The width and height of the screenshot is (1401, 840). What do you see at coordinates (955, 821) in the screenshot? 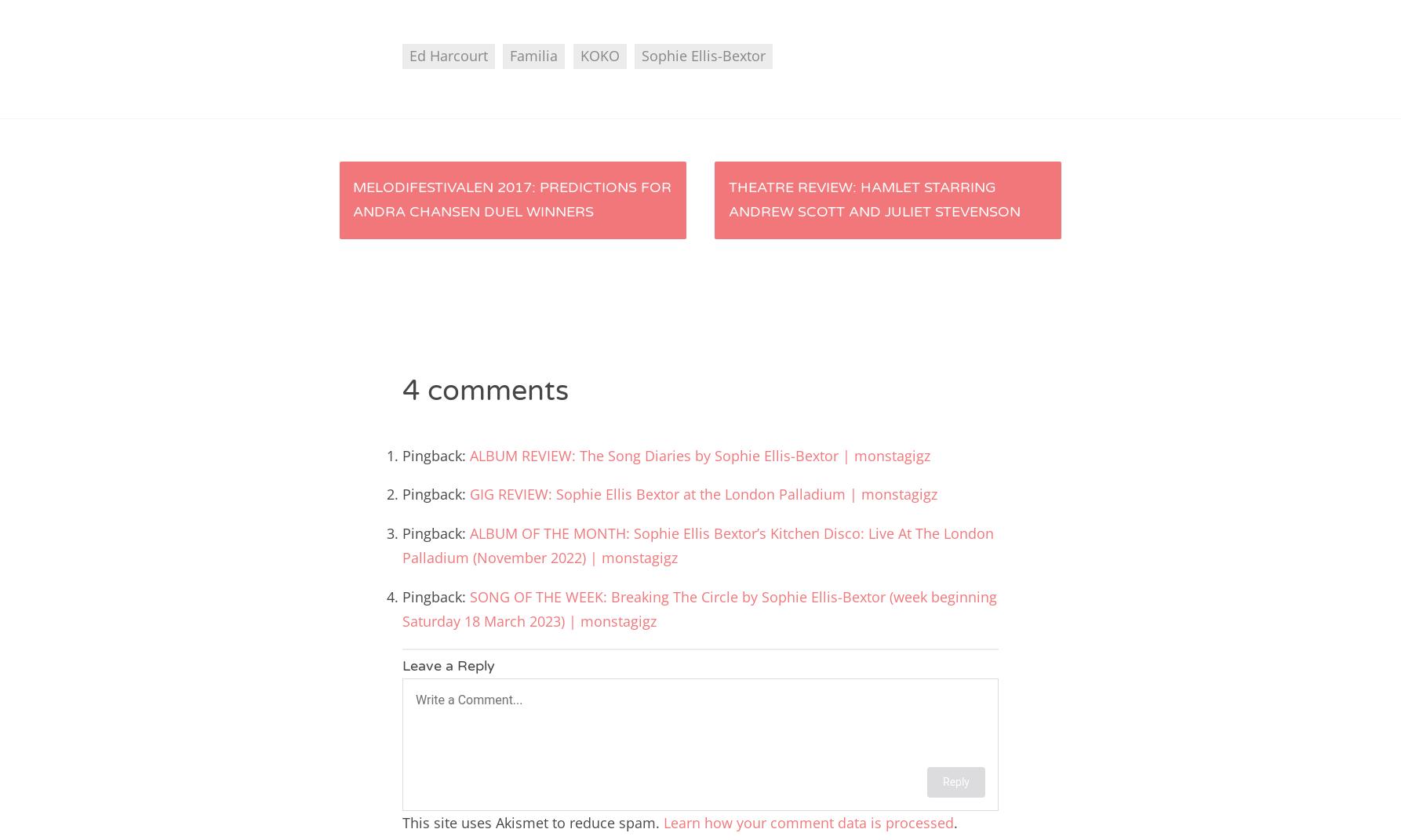
I see `'.'` at bounding box center [955, 821].